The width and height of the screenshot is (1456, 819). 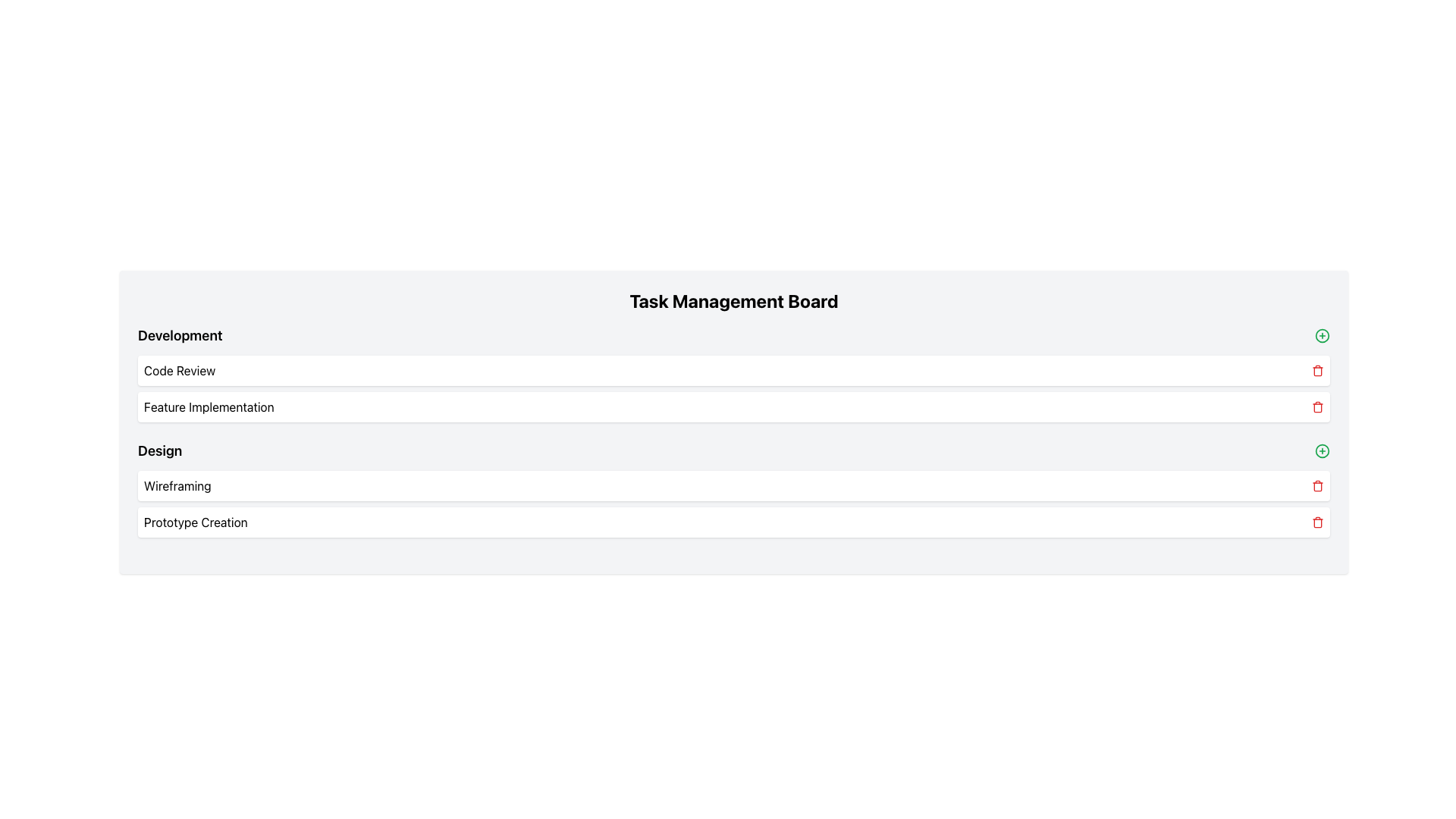 I want to click on the 'Feature Implementation' task list item in the Development section of the task board, so click(x=734, y=406).